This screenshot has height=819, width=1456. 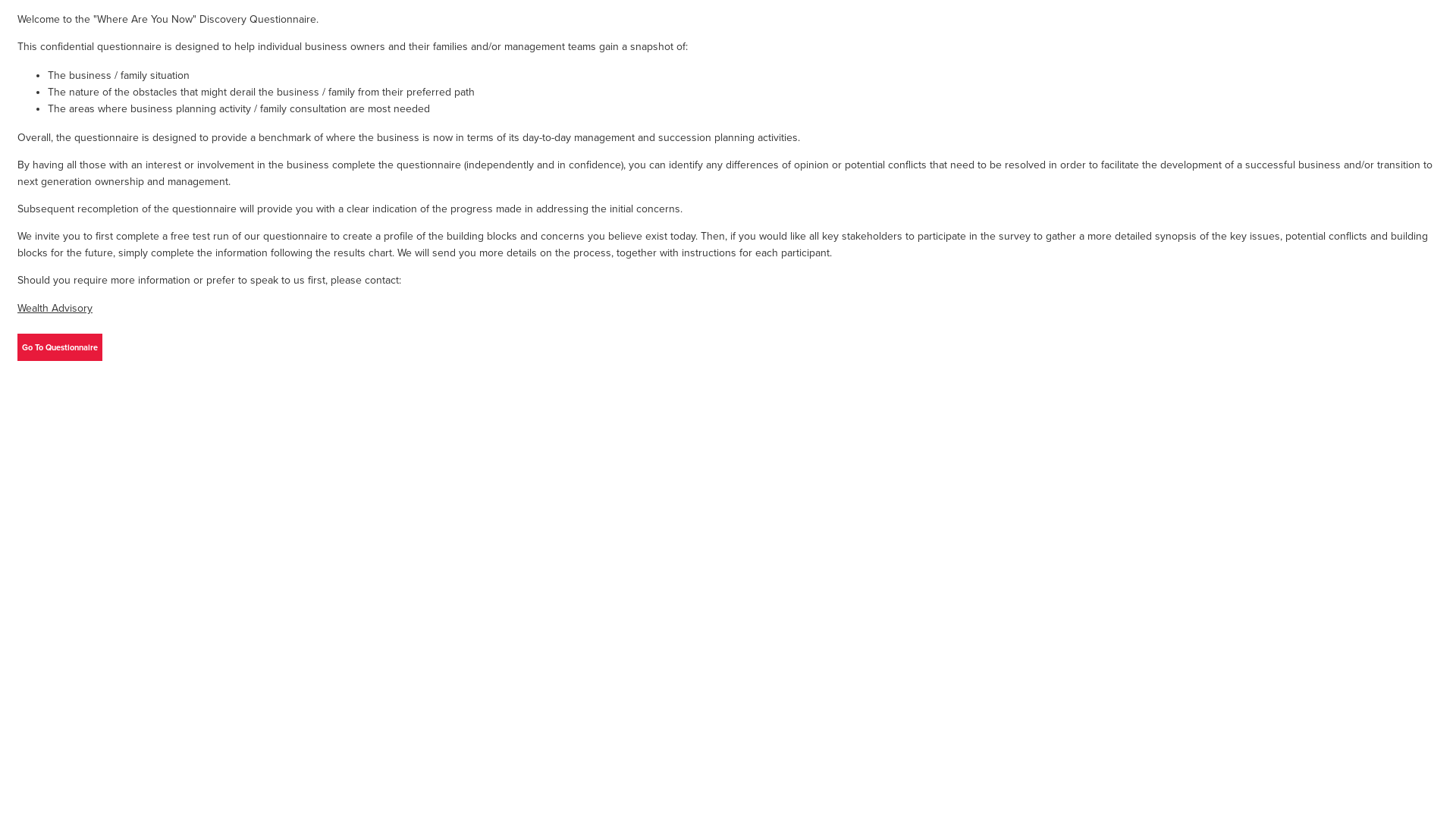 What do you see at coordinates (59, 347) in the screenshot?
I see `'Go To Questionnaire'` at bounding box center [59, 347].